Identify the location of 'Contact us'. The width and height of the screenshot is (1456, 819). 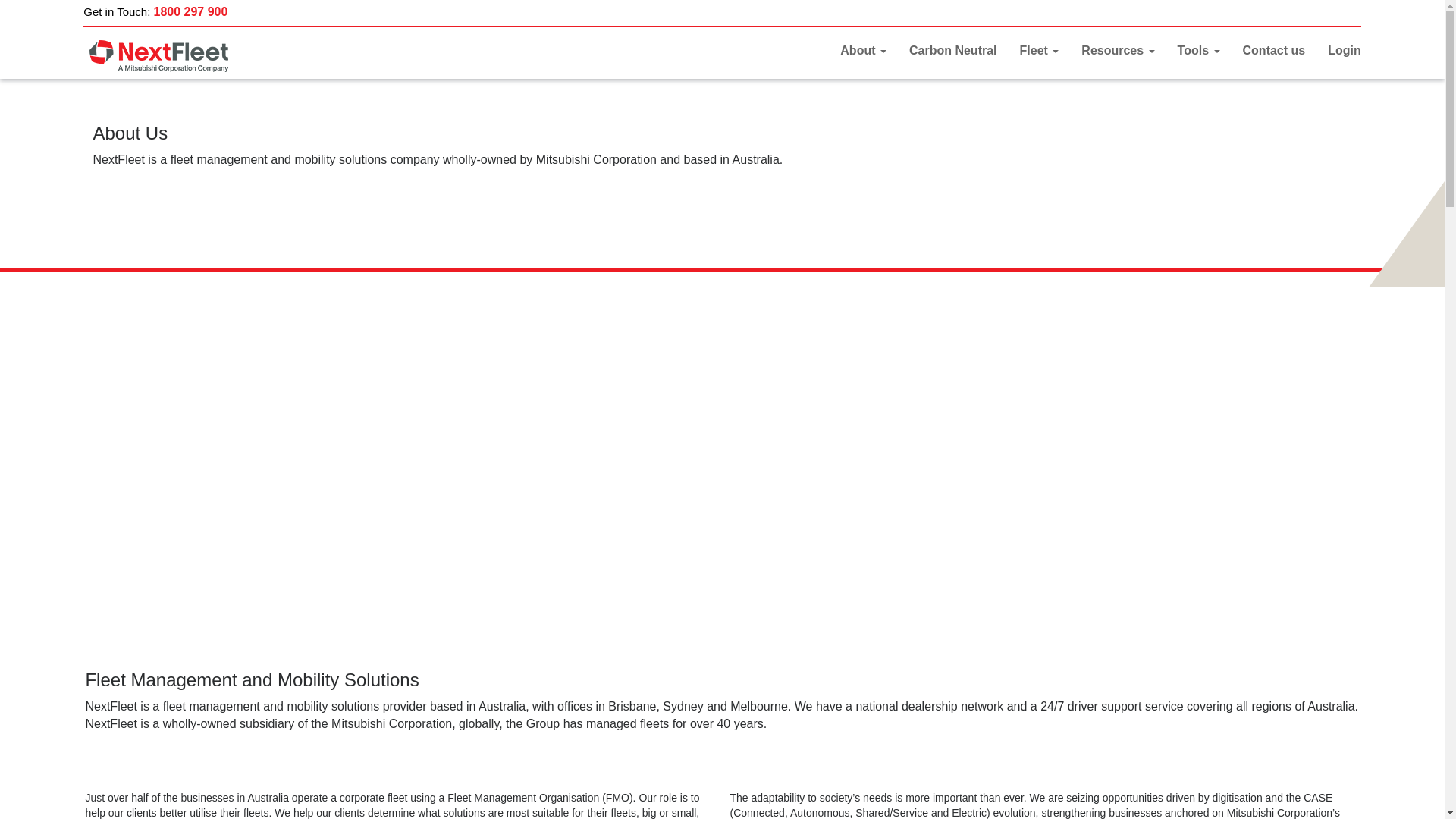
(1274, 49).